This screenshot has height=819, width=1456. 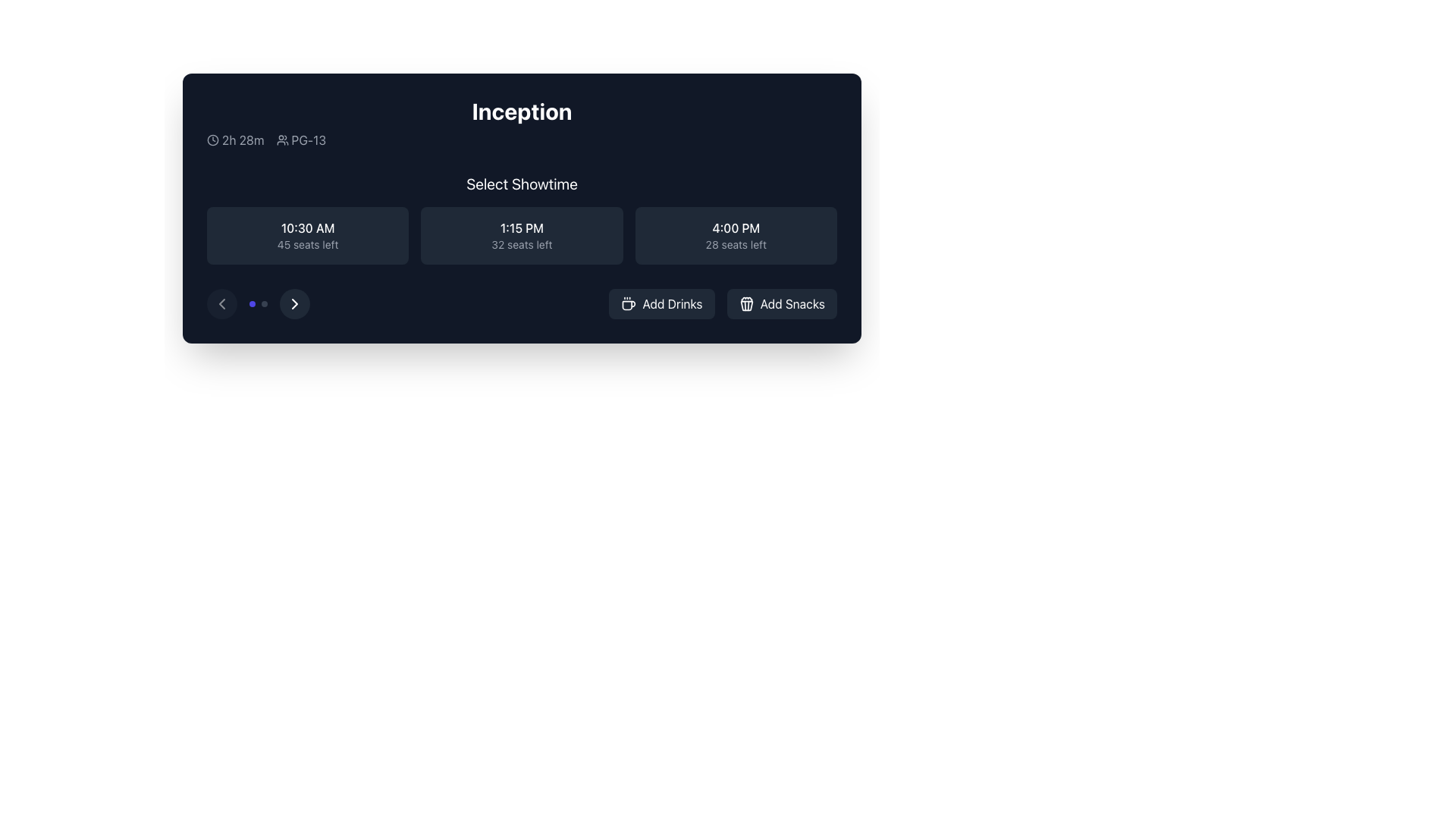 I want to click on the coffee cup icon with steam located in the bottom-left corner of the UI, so click(x=629, y=306).